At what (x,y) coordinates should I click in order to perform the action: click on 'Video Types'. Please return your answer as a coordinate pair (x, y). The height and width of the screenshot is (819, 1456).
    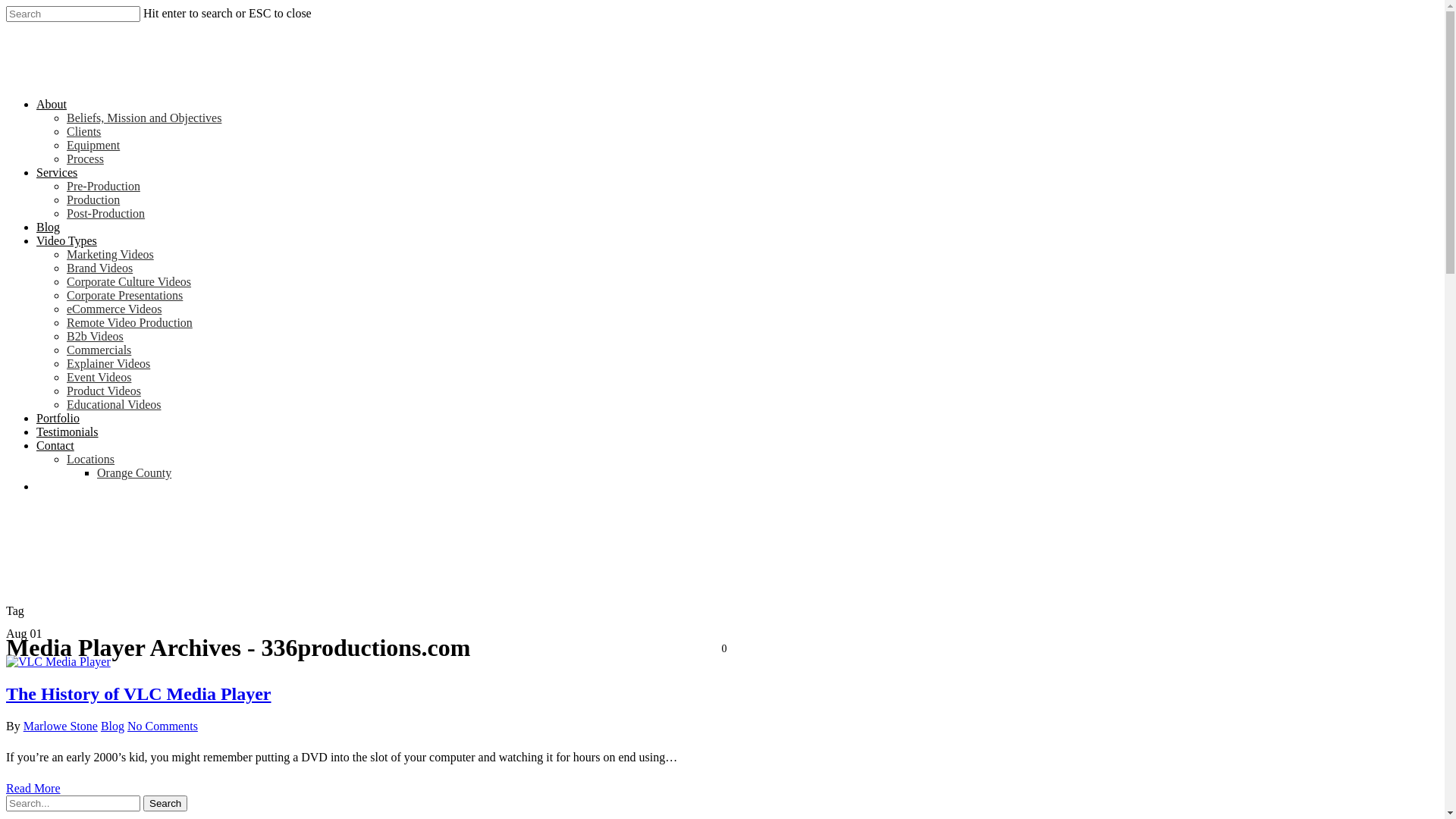
    Looking at the image, I should click on (65, 240).